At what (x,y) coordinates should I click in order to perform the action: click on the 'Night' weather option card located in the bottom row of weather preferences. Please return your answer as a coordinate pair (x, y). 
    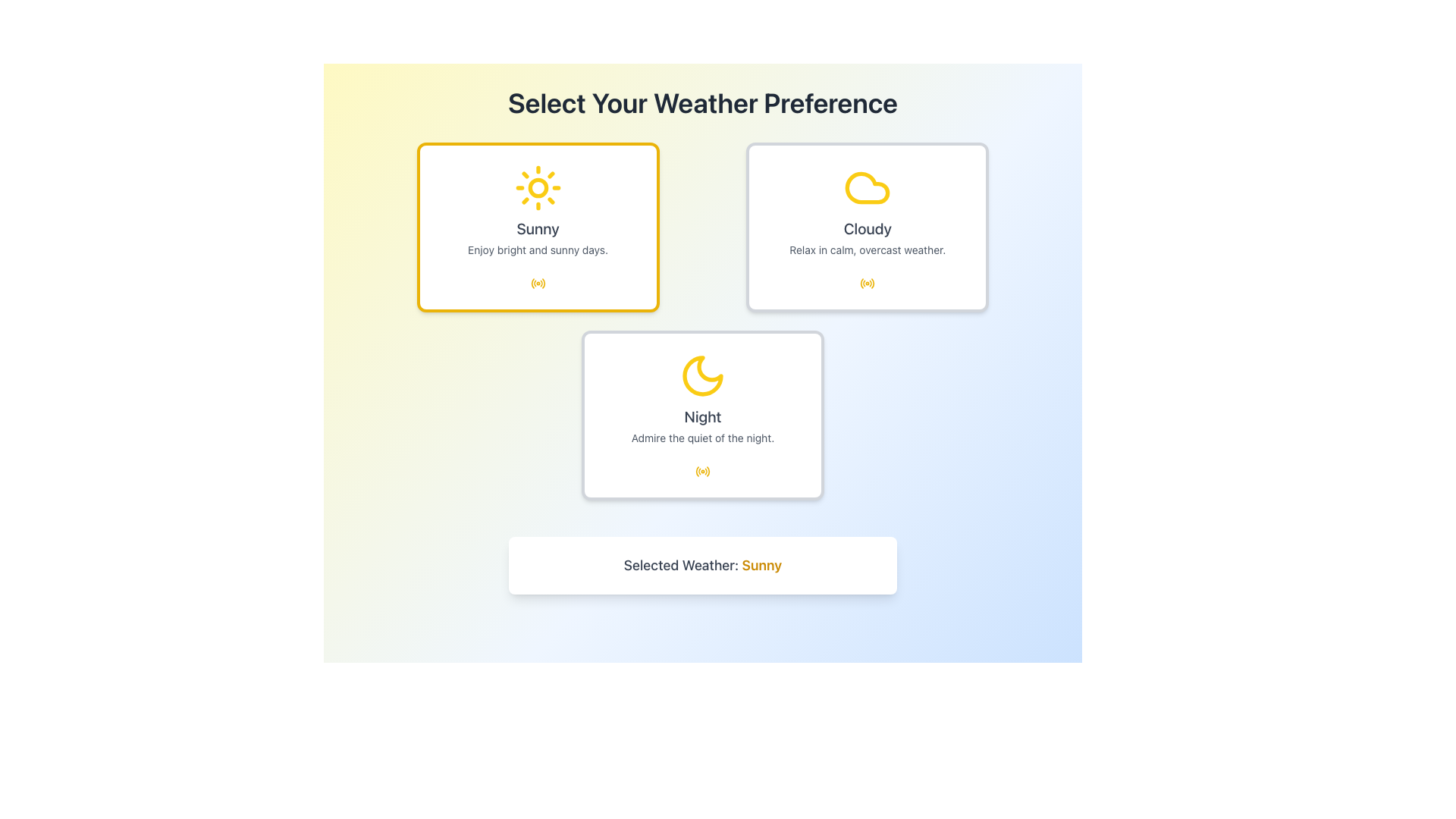
    Looking at the image, I should click on (701, 415).